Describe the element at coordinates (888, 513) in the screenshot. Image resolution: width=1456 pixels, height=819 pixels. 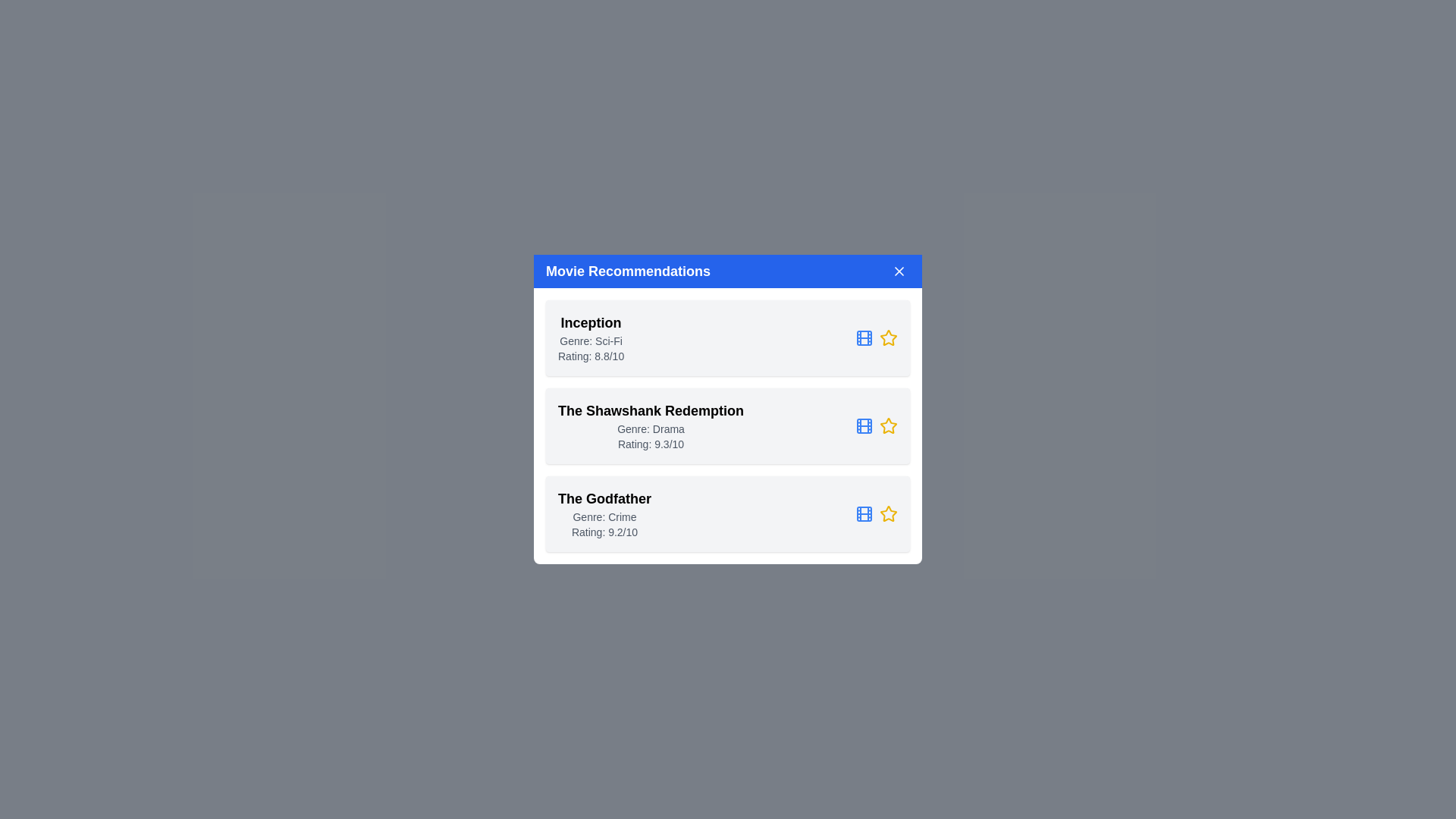
I see `the Star icon for the movie The Godfather` at that location.